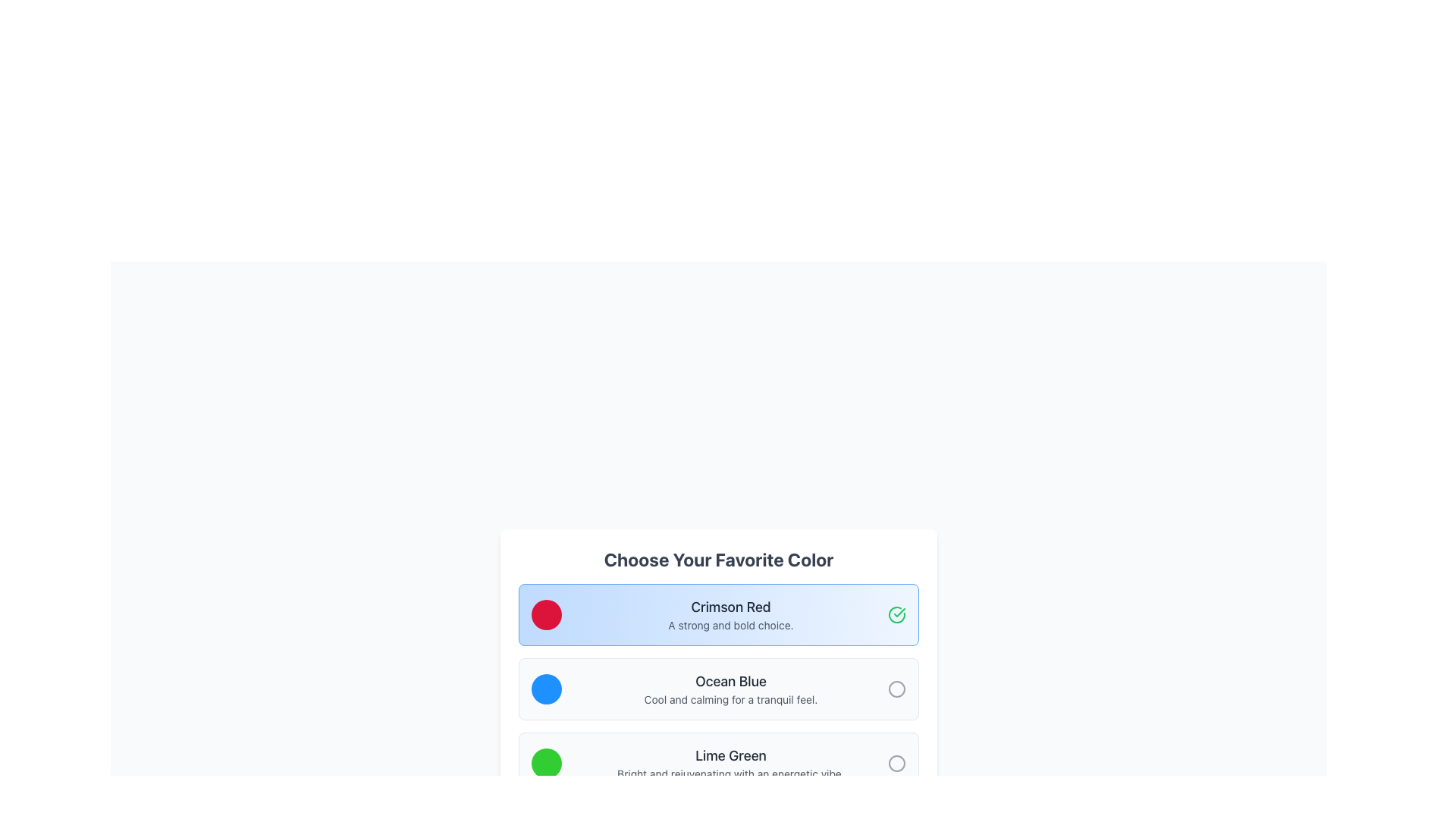  What do you see at coordinates (731, 689) in the screenshot?
I see `the Text label displaying information about the 'Ocean Blue' color, which is located below the 'Crimson Red' option and above the 'Lime Green' option in the vertical list of color options` at bounding box center [731, 689].